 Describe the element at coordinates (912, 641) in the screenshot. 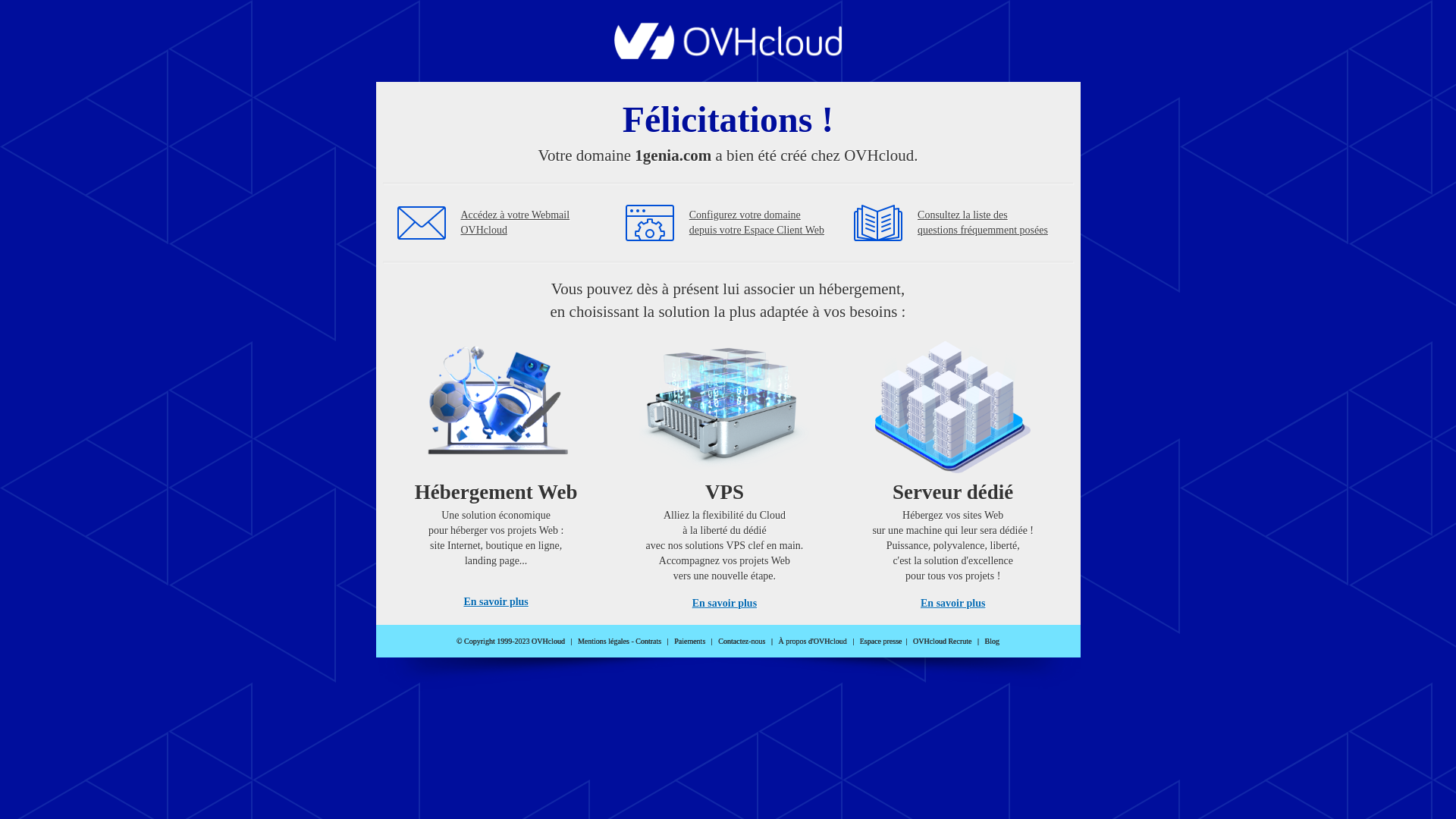

I see `'OVHcloud Recrute'` at that location.